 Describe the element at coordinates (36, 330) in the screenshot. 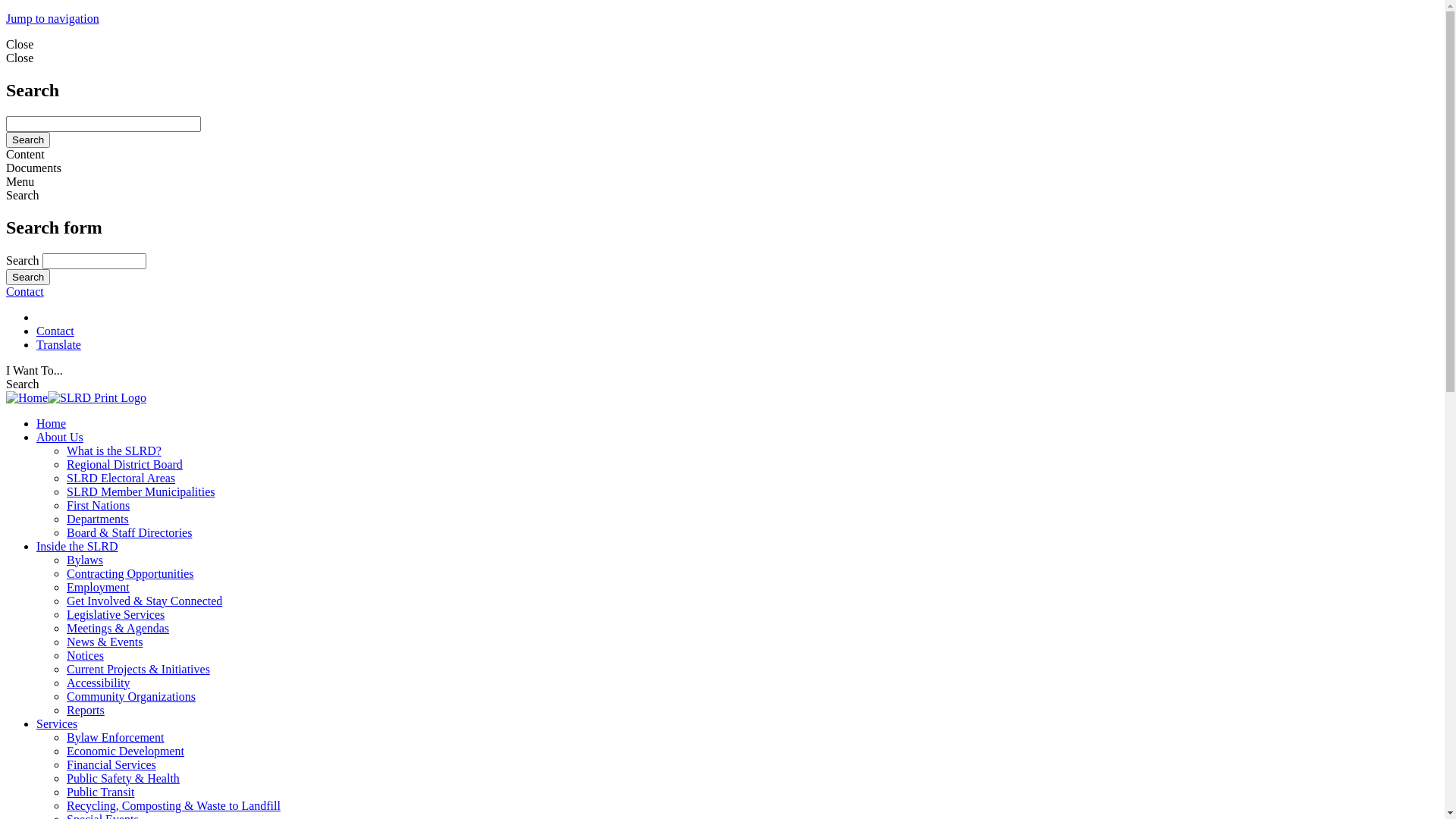

I see `'Contact'` at that location.